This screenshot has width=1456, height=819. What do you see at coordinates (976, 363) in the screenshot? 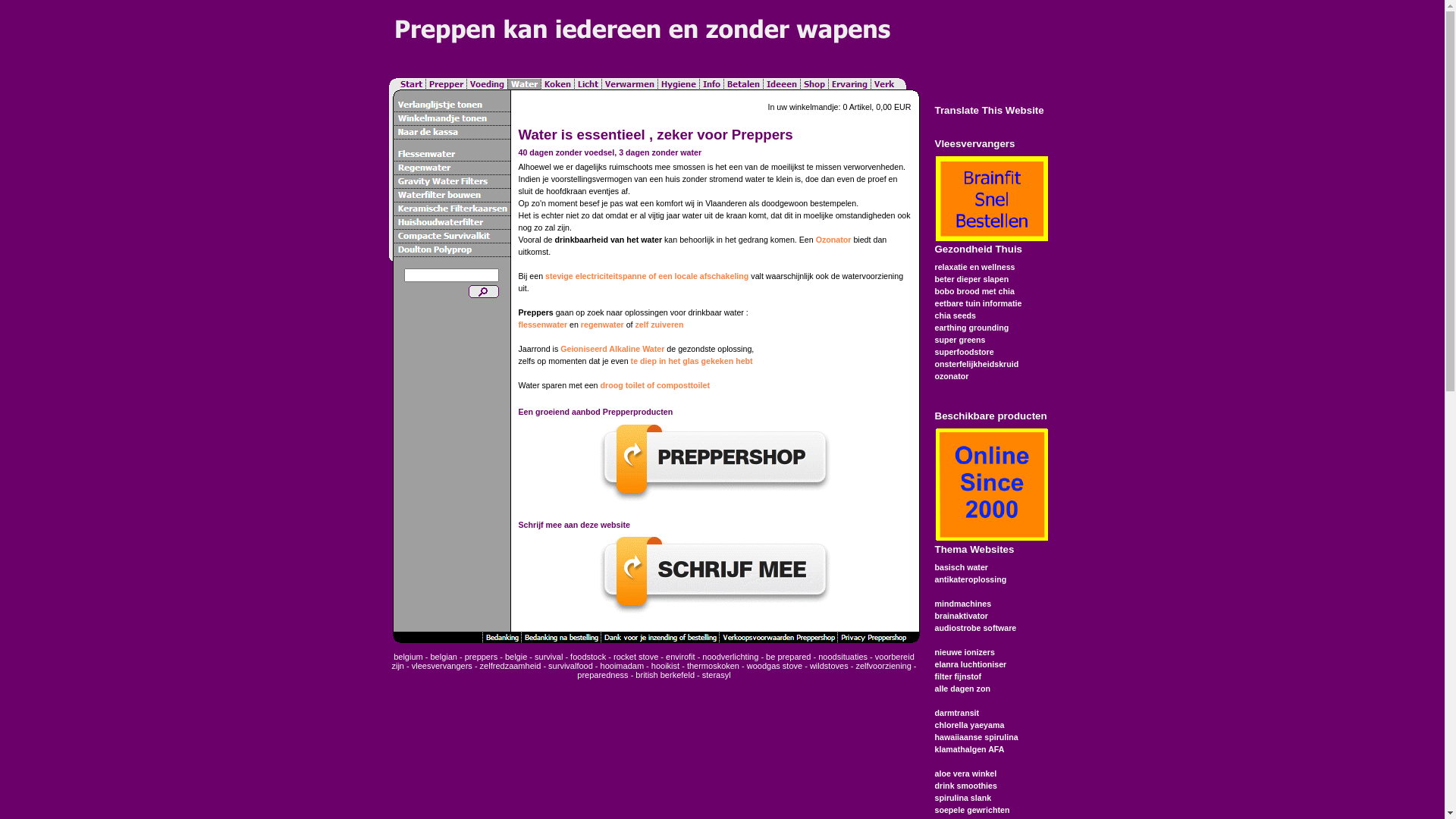
I see `'onsterfelijkheidskruid'` at bounding box center [976, 363].